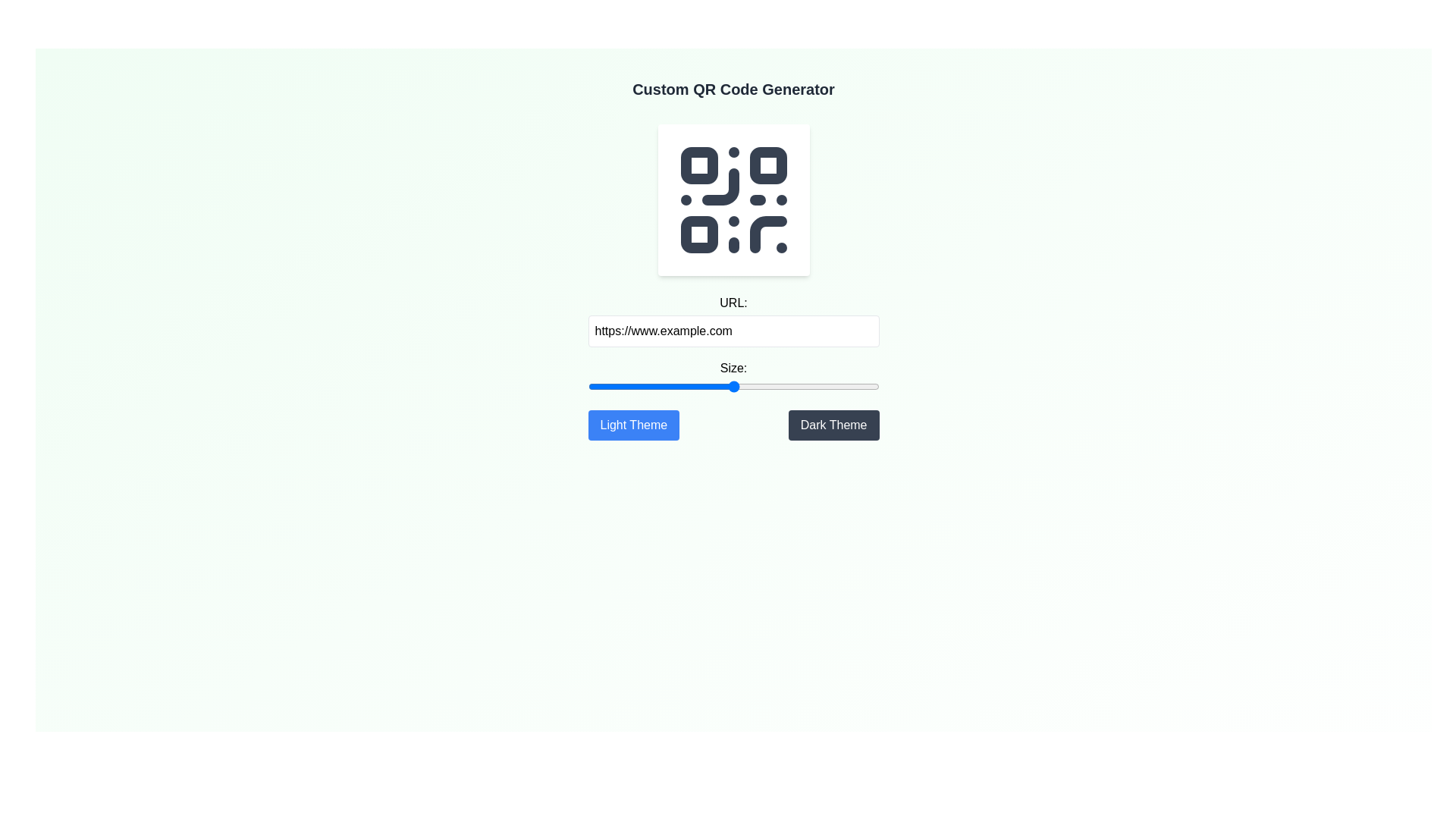 The height and width of the screenshot is (819, 1456). Describe the element at coordinates (698, 234) in the screenshot. I see `the small square with rounded corners located in the bottom-left position of the QR code, which is the third square among similar elements` at that location.